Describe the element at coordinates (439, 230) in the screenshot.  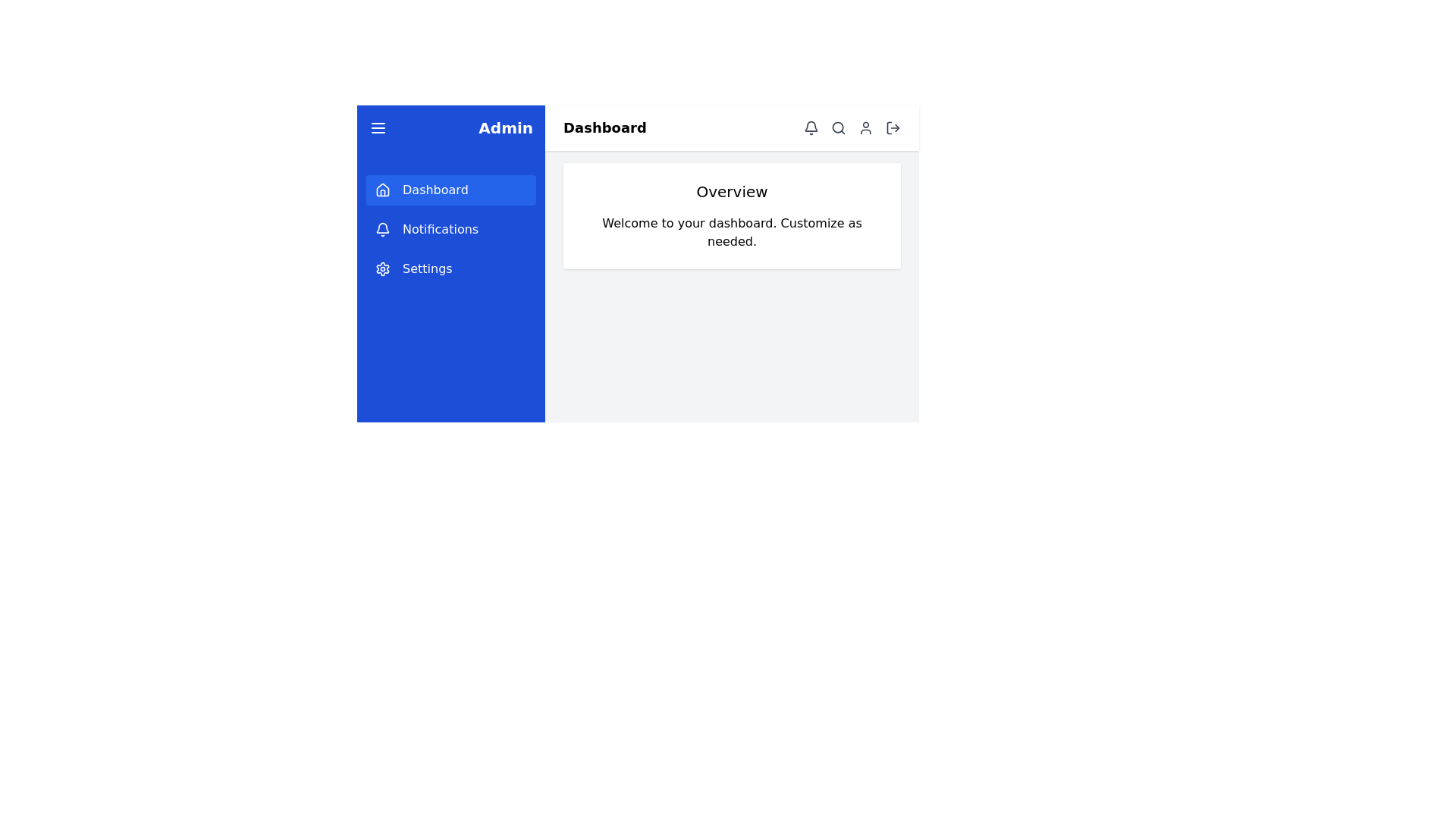
I see `the 'Notifications' text label in the vertical navigation bar` at that location.